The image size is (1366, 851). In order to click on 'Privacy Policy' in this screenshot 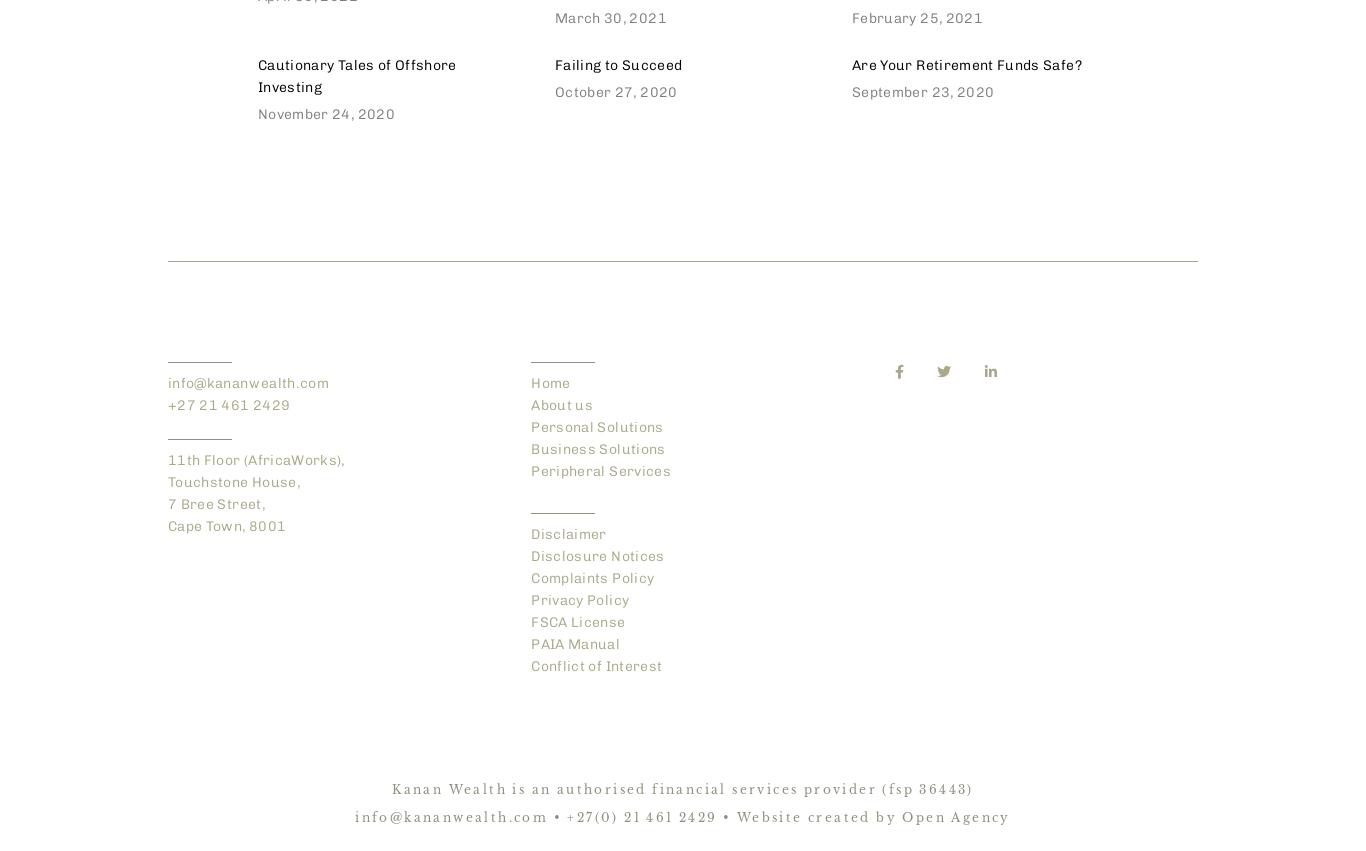, I will do `click(579, 600)`.